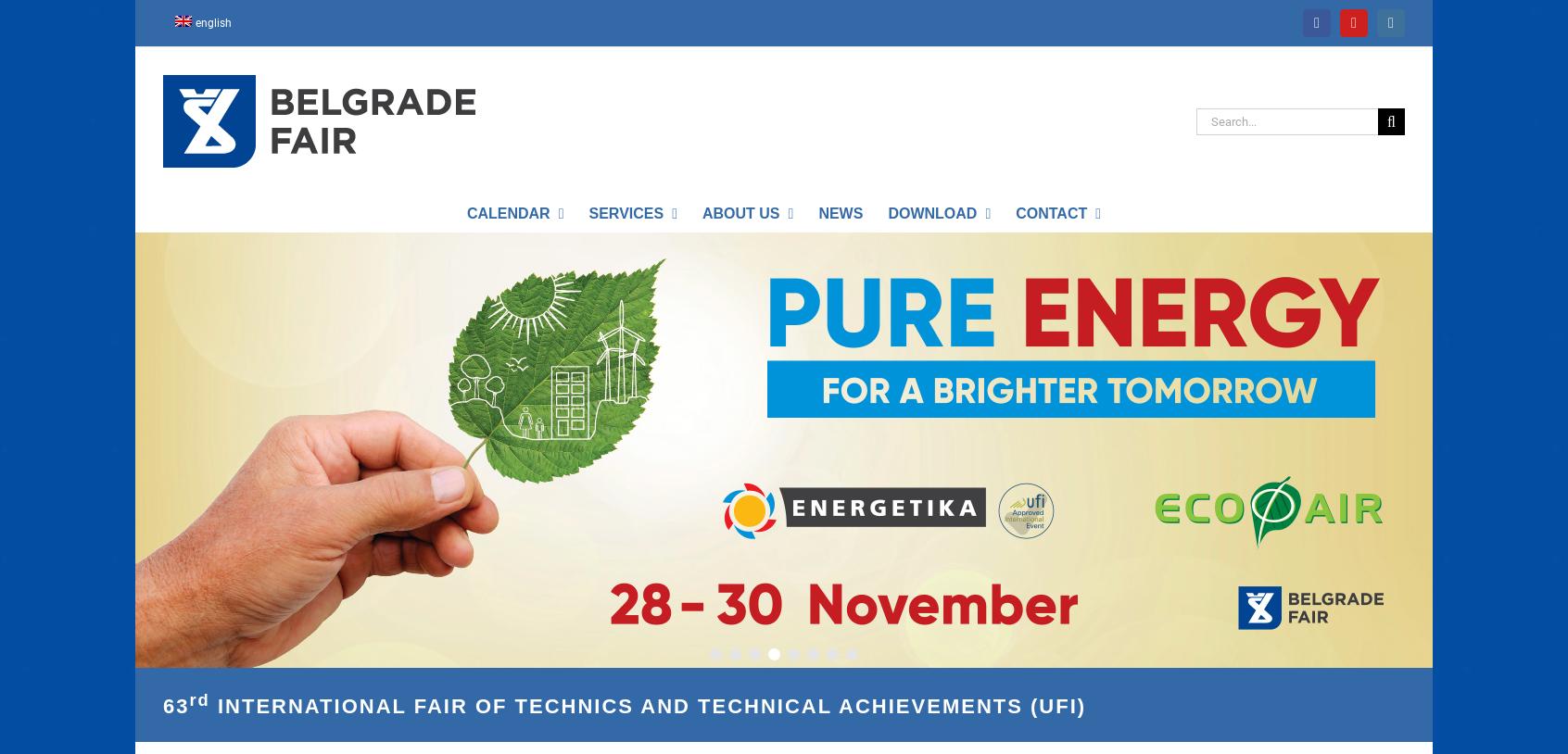  I want to click on '63', so click(175, 706).